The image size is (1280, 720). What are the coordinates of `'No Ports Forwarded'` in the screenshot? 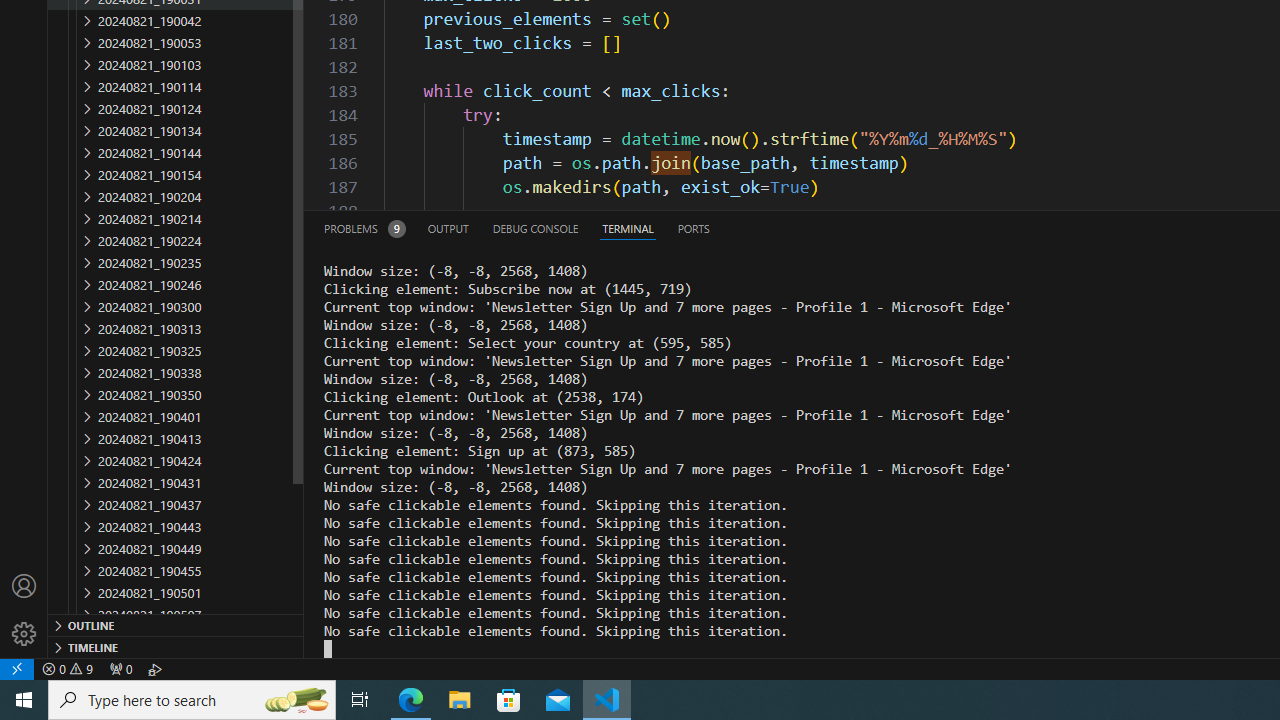 It's located at (119, 668).